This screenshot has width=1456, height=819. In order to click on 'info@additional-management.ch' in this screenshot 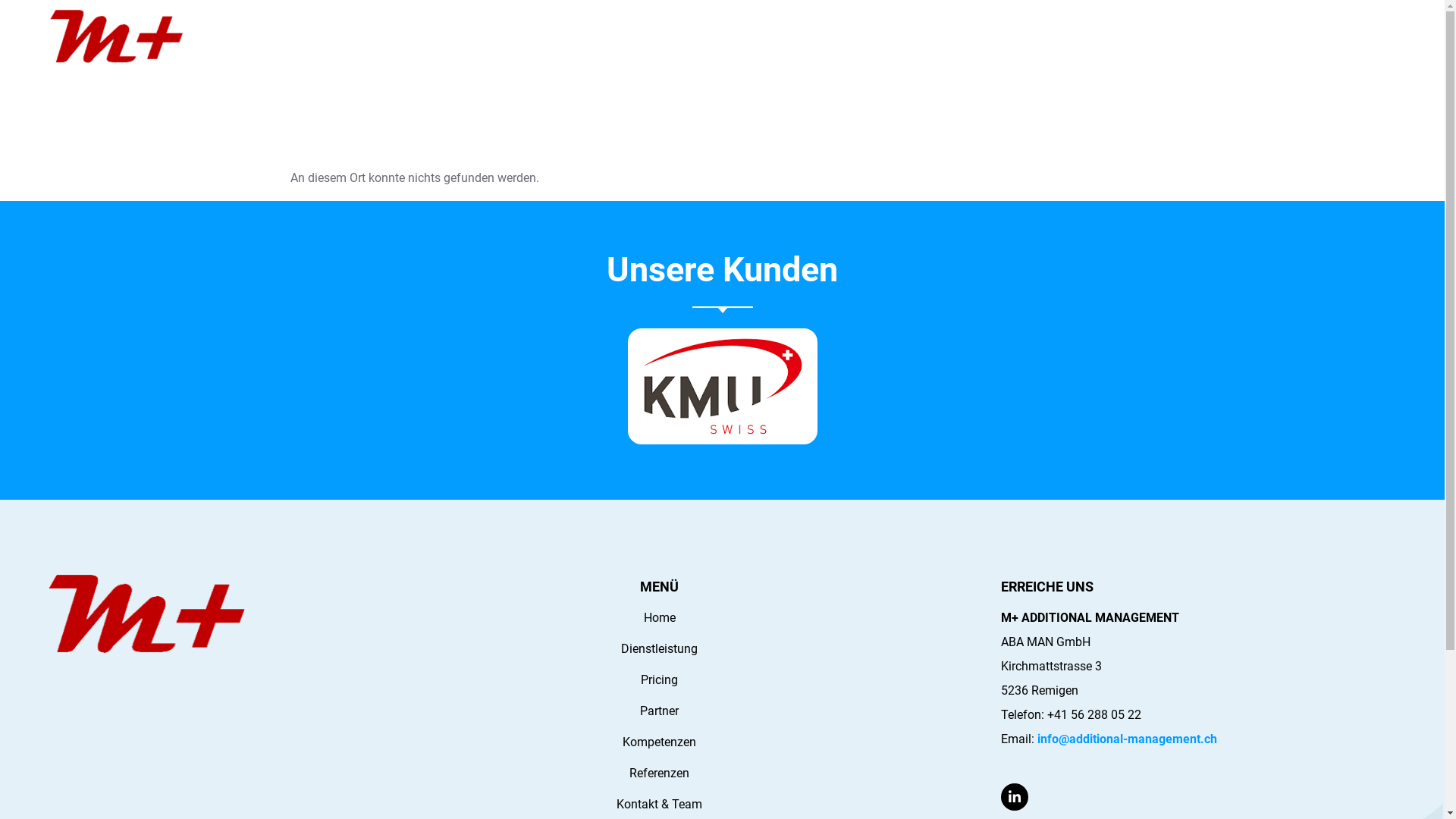, I will do `click(1037, 738)`.